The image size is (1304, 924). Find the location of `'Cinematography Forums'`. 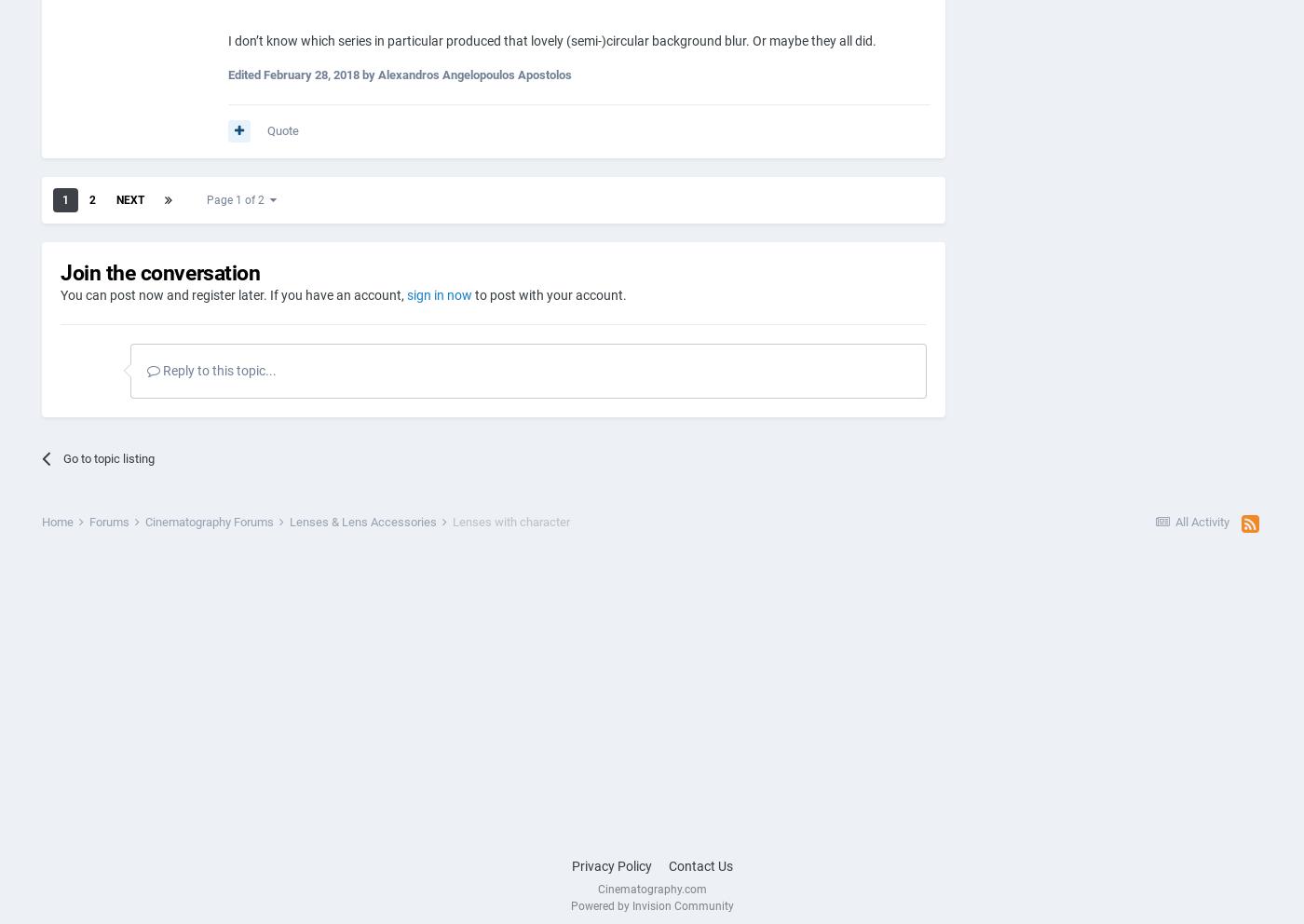

'Cinematography Forums' is located at coordinates (211, 521).